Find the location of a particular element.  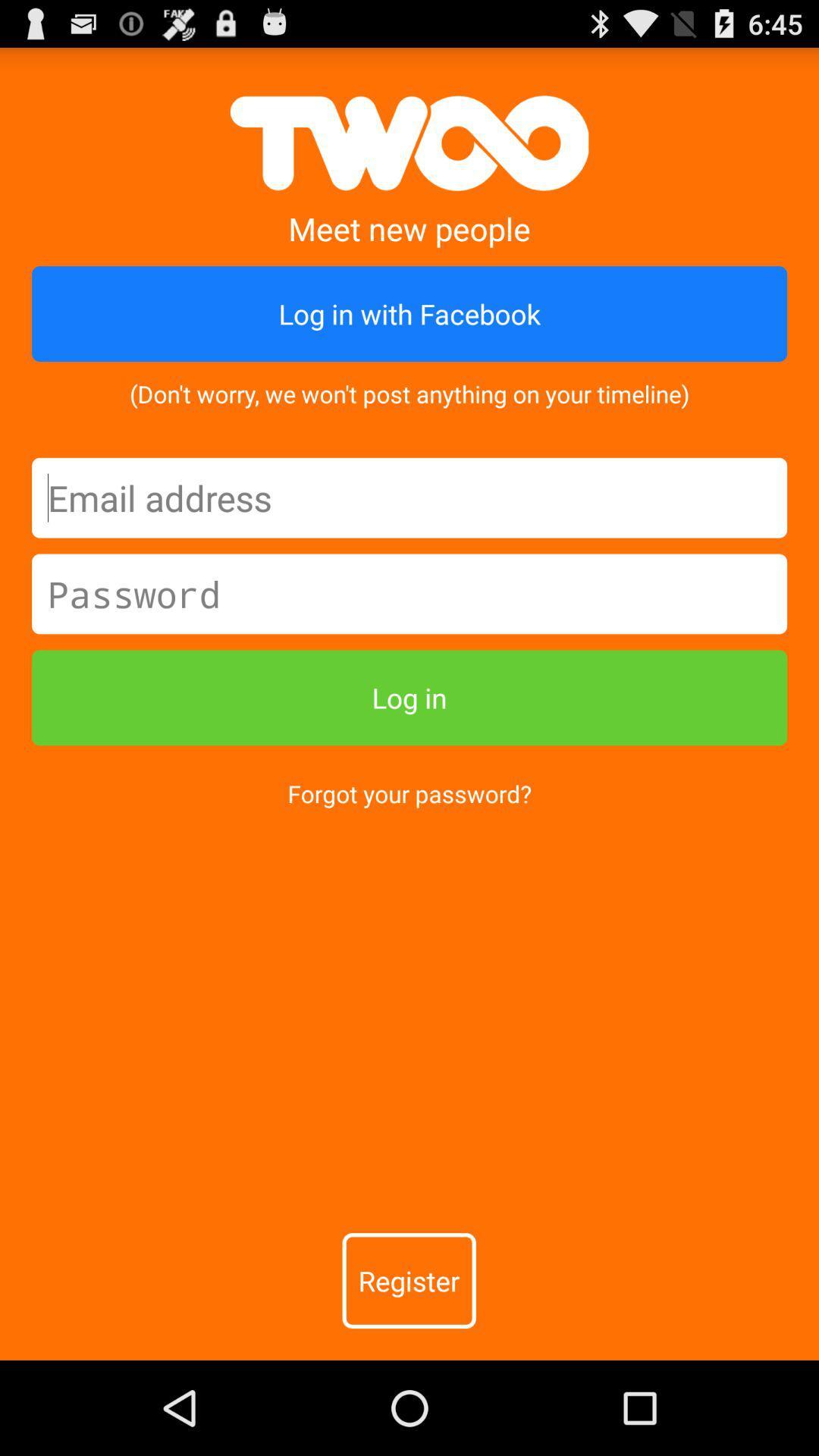

the item below don t worry is located at coordinates (409, 497).